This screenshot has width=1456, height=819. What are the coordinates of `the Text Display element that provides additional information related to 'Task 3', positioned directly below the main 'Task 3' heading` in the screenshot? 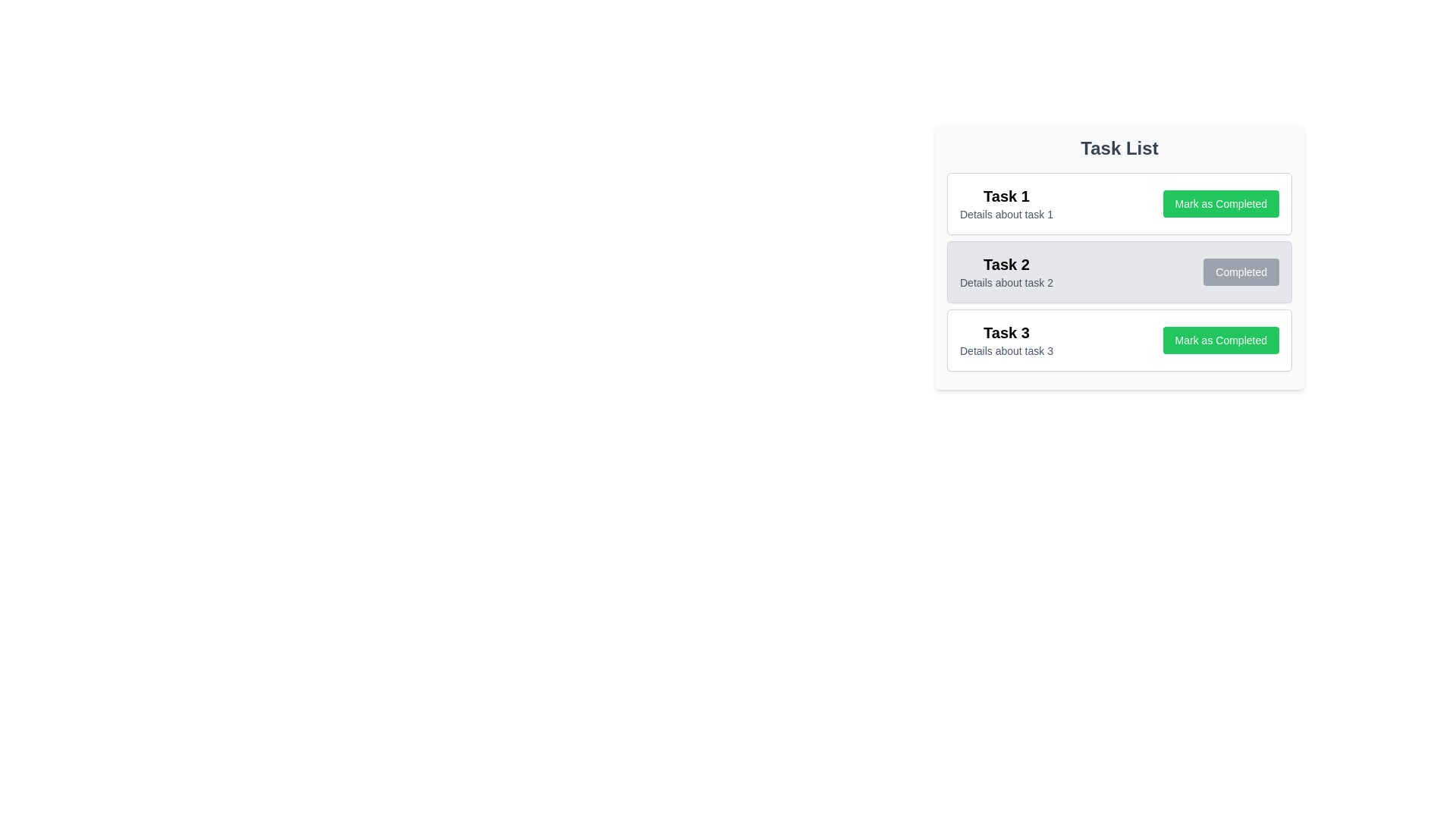 It's located at (1006, 350).